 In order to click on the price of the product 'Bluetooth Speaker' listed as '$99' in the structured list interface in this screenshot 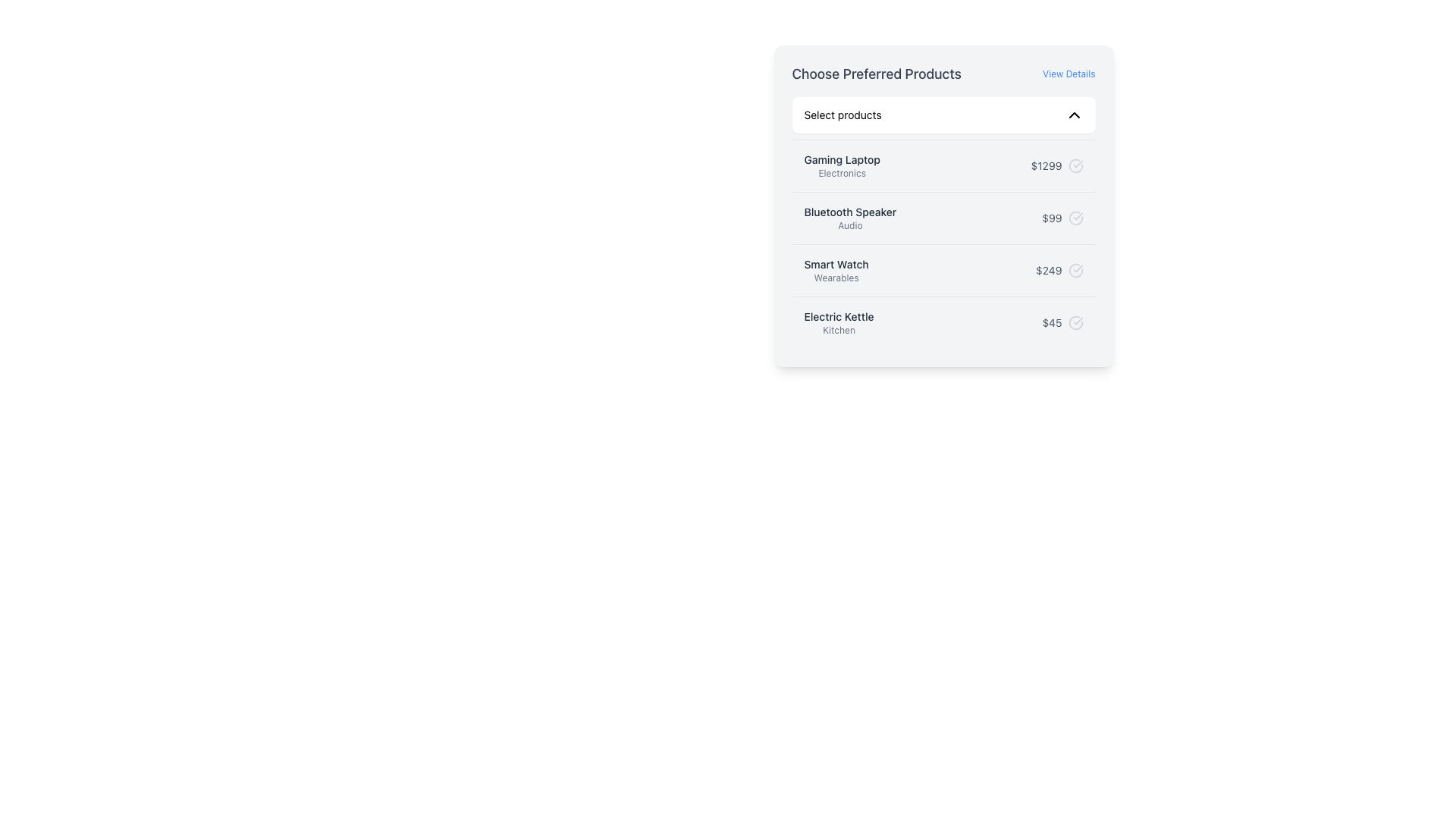, I will do `click(943, 218)`.